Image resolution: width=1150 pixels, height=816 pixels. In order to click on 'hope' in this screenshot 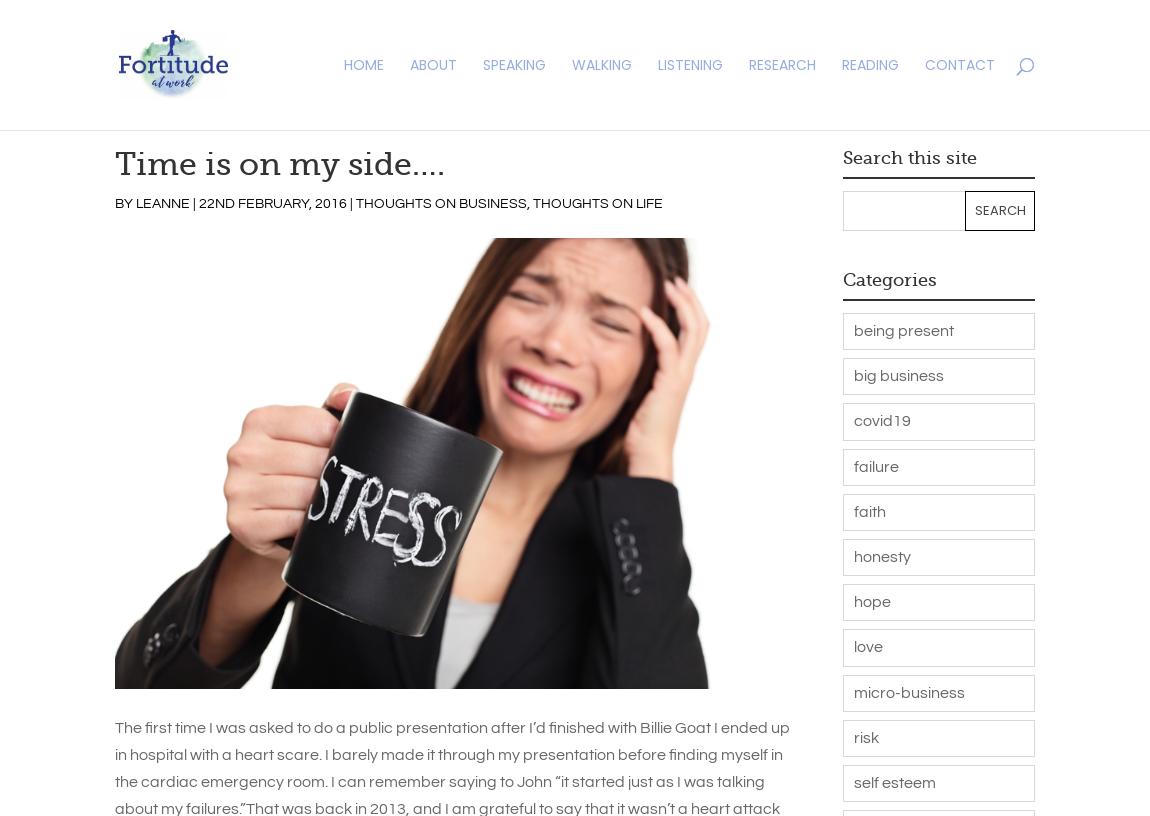, I will do `click(851, 601)`.